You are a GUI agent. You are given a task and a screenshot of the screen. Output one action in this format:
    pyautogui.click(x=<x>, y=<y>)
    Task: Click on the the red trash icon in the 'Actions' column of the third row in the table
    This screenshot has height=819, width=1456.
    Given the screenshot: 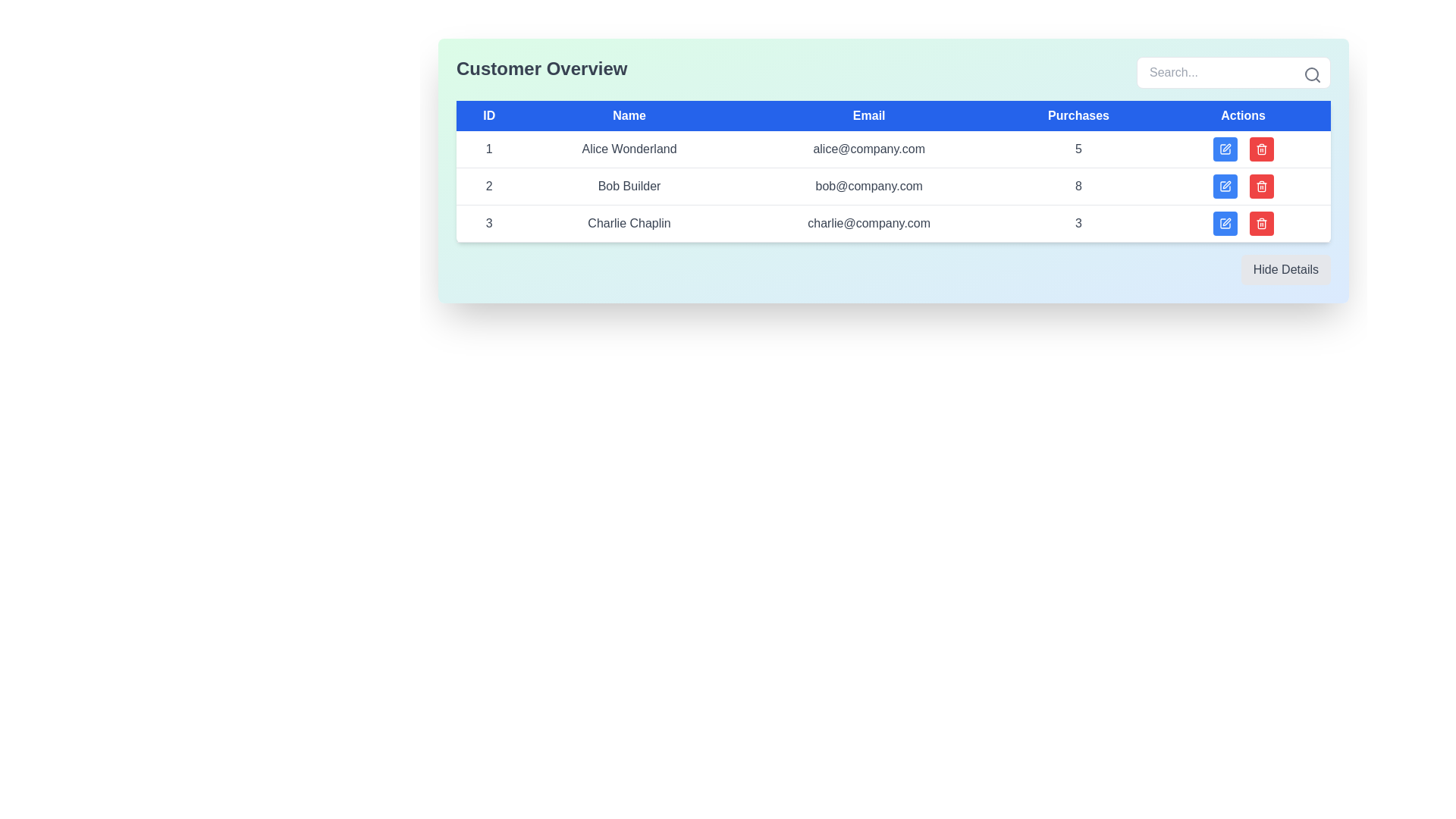 What is the action you would take?
    pyautogui.click(x=1261, y=186)
    